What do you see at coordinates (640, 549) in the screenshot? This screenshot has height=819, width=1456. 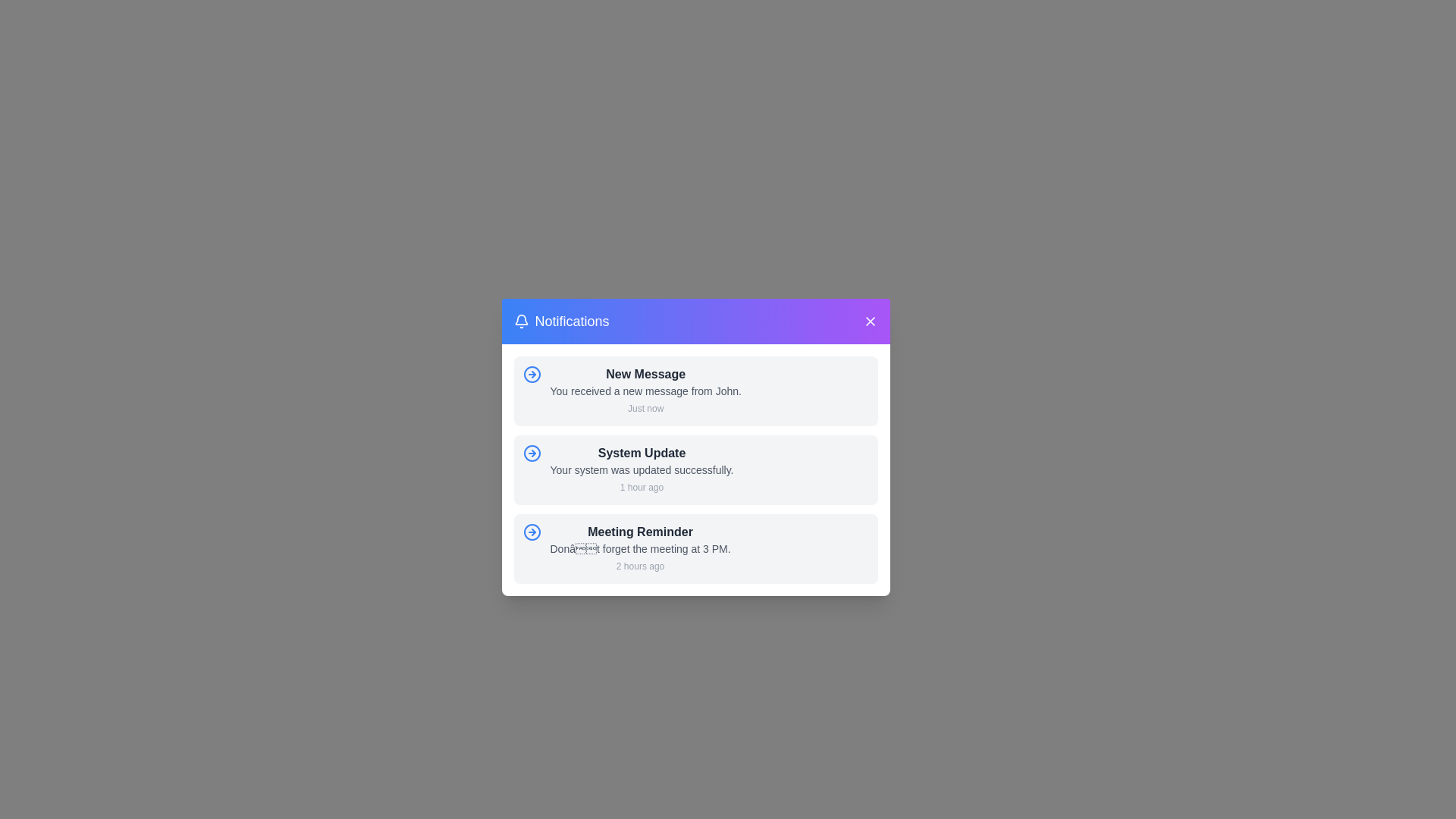 I see `the Text label providing details about the 'Meeting Reminder', which conveys the message 'Don’t forget the meeting at 3 PM.'` at bounding box center [640, 549].